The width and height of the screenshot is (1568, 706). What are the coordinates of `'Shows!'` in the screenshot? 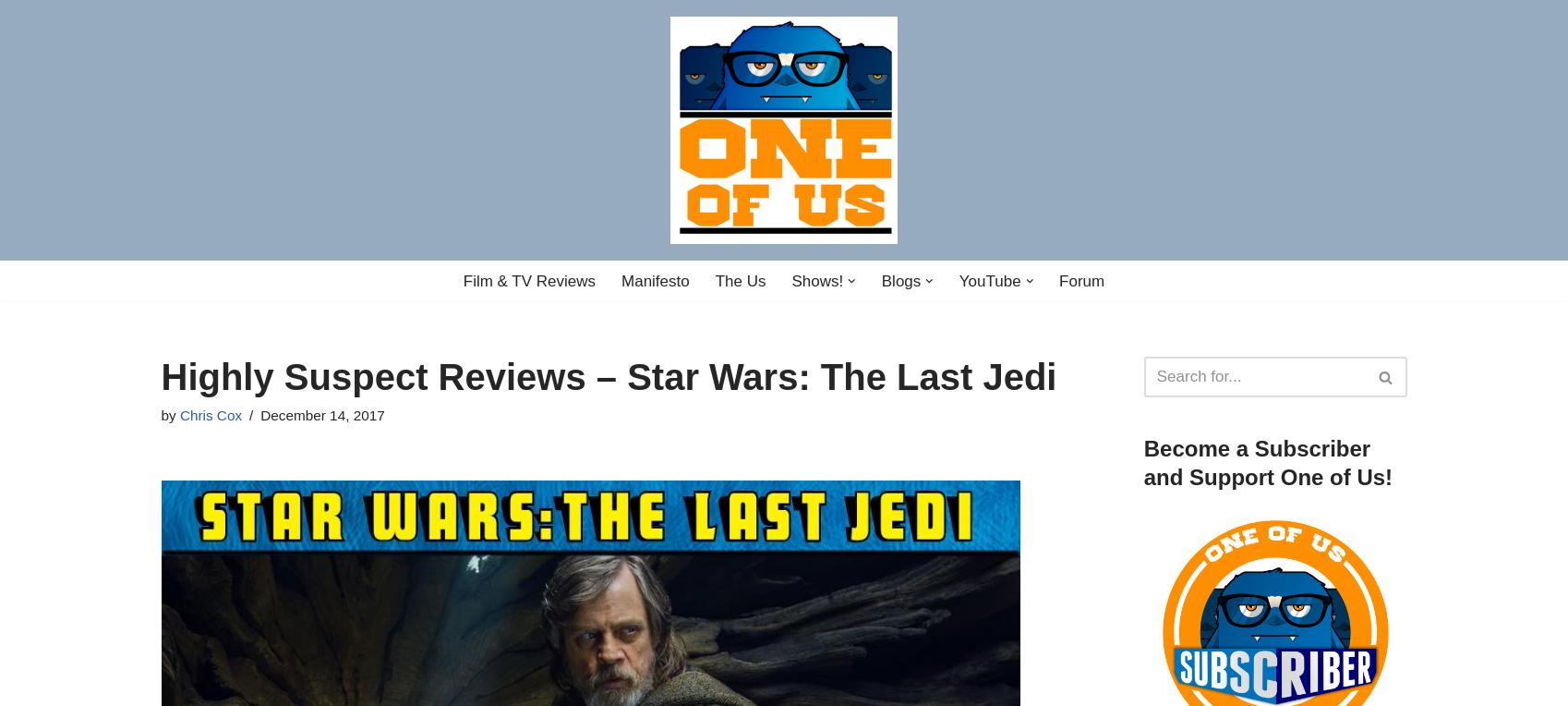 It's located at (816, 280).